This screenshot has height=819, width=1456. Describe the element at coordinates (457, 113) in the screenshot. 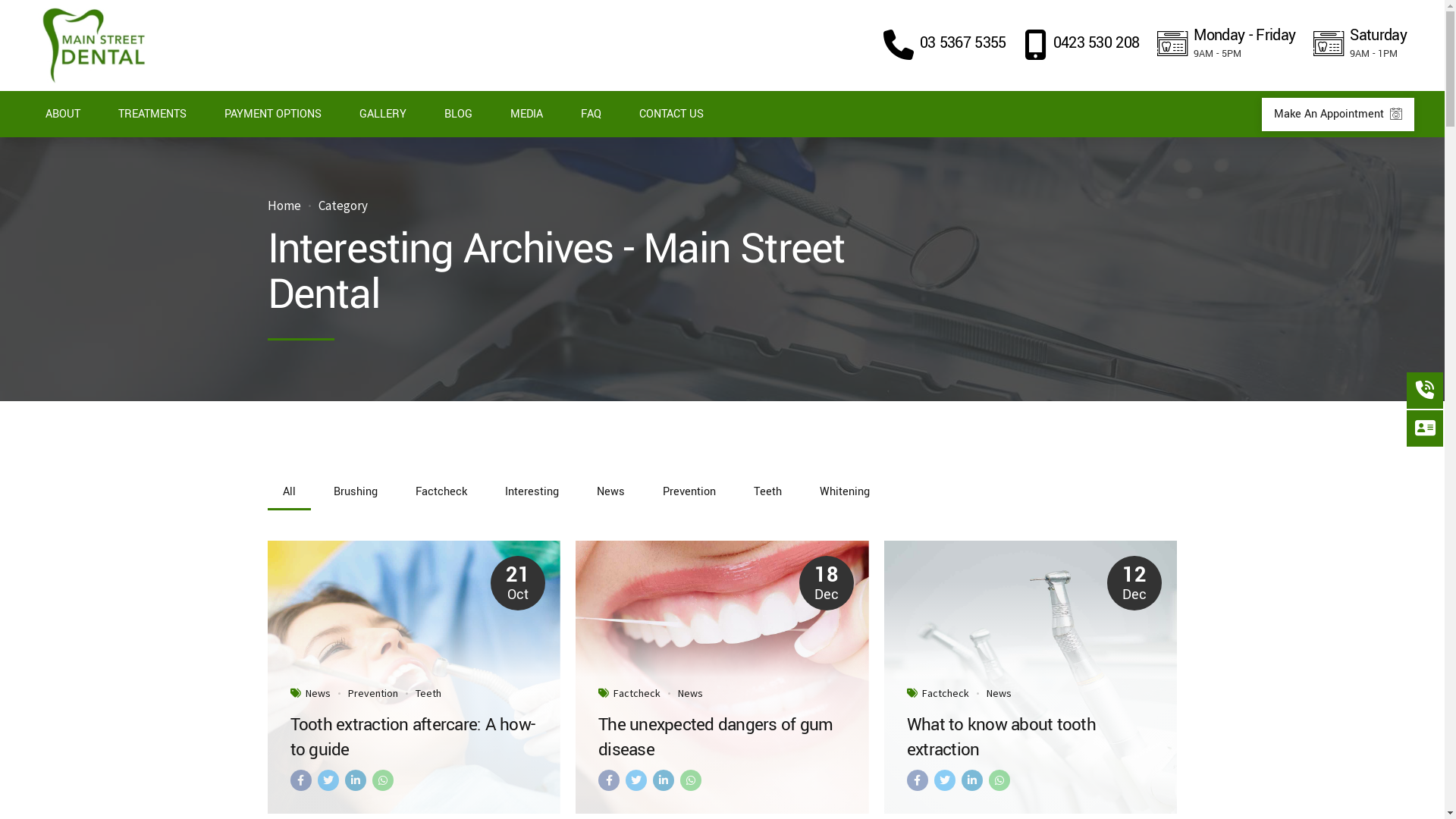

I see `'BLOG'` at that location.